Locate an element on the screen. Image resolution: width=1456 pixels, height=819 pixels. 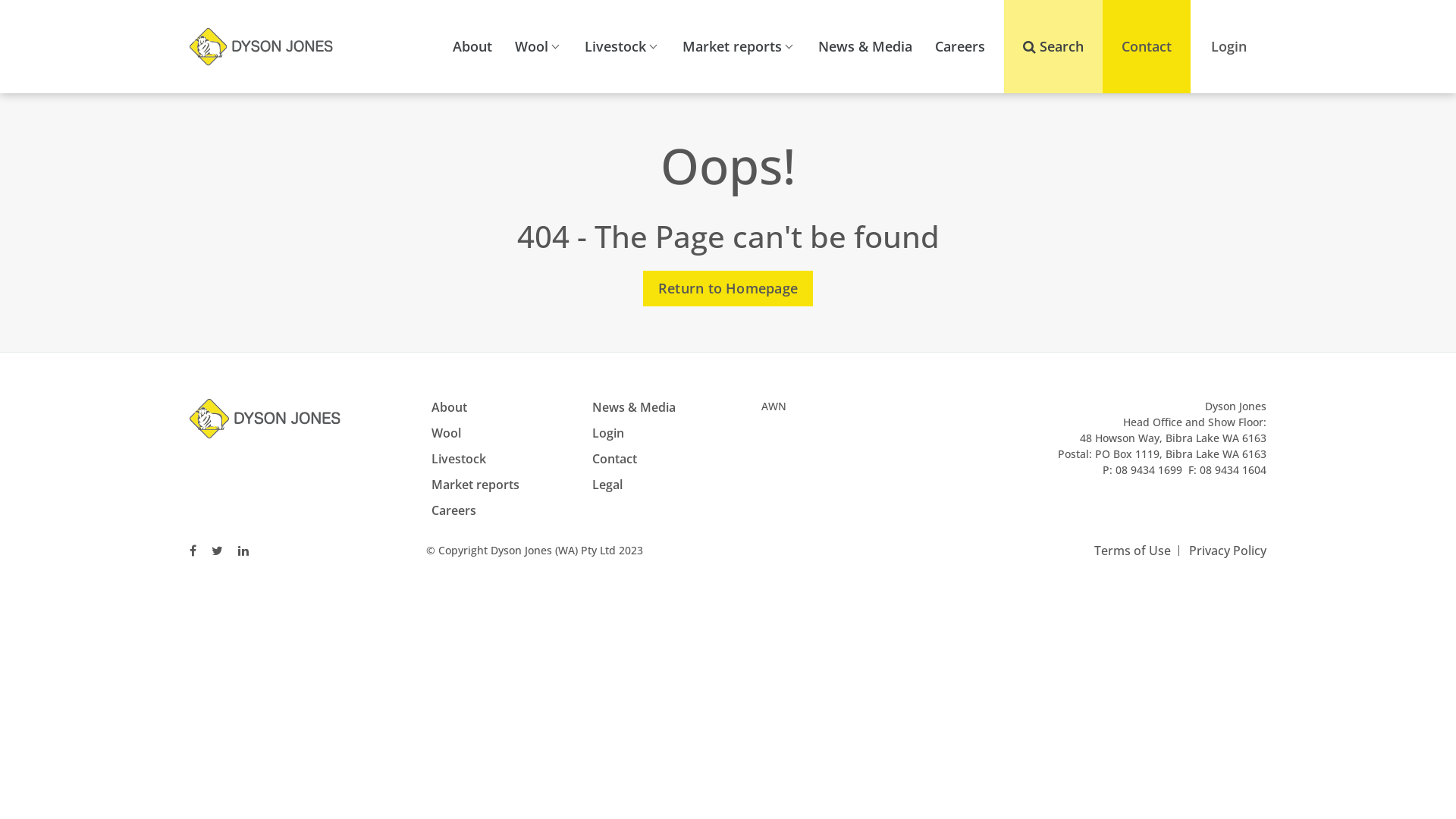
'Login' is located at coordinates (1228, 45).